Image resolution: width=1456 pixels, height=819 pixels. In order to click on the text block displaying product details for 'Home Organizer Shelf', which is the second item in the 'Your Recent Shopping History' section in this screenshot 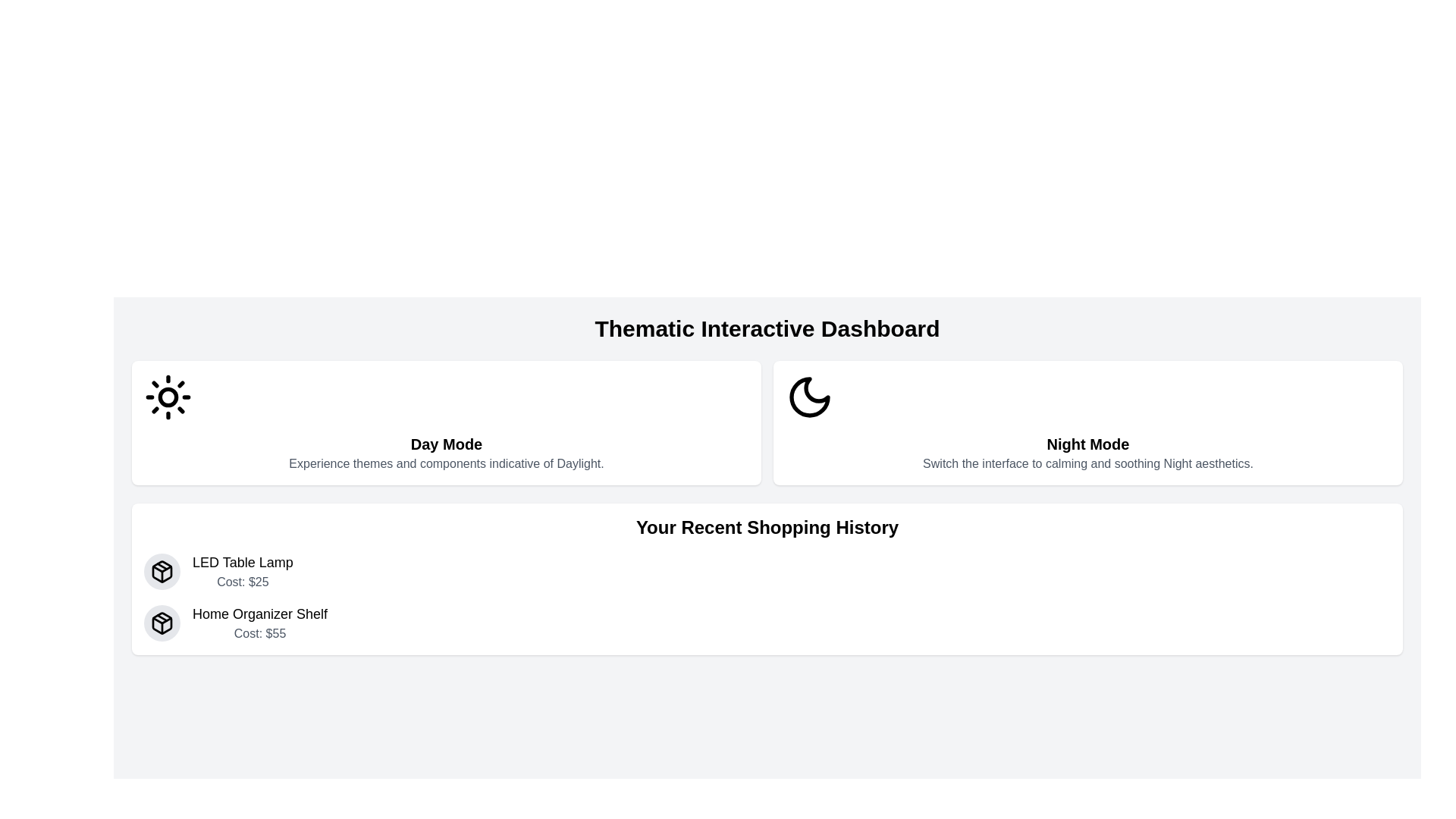, I will do `click(260, 623)`.